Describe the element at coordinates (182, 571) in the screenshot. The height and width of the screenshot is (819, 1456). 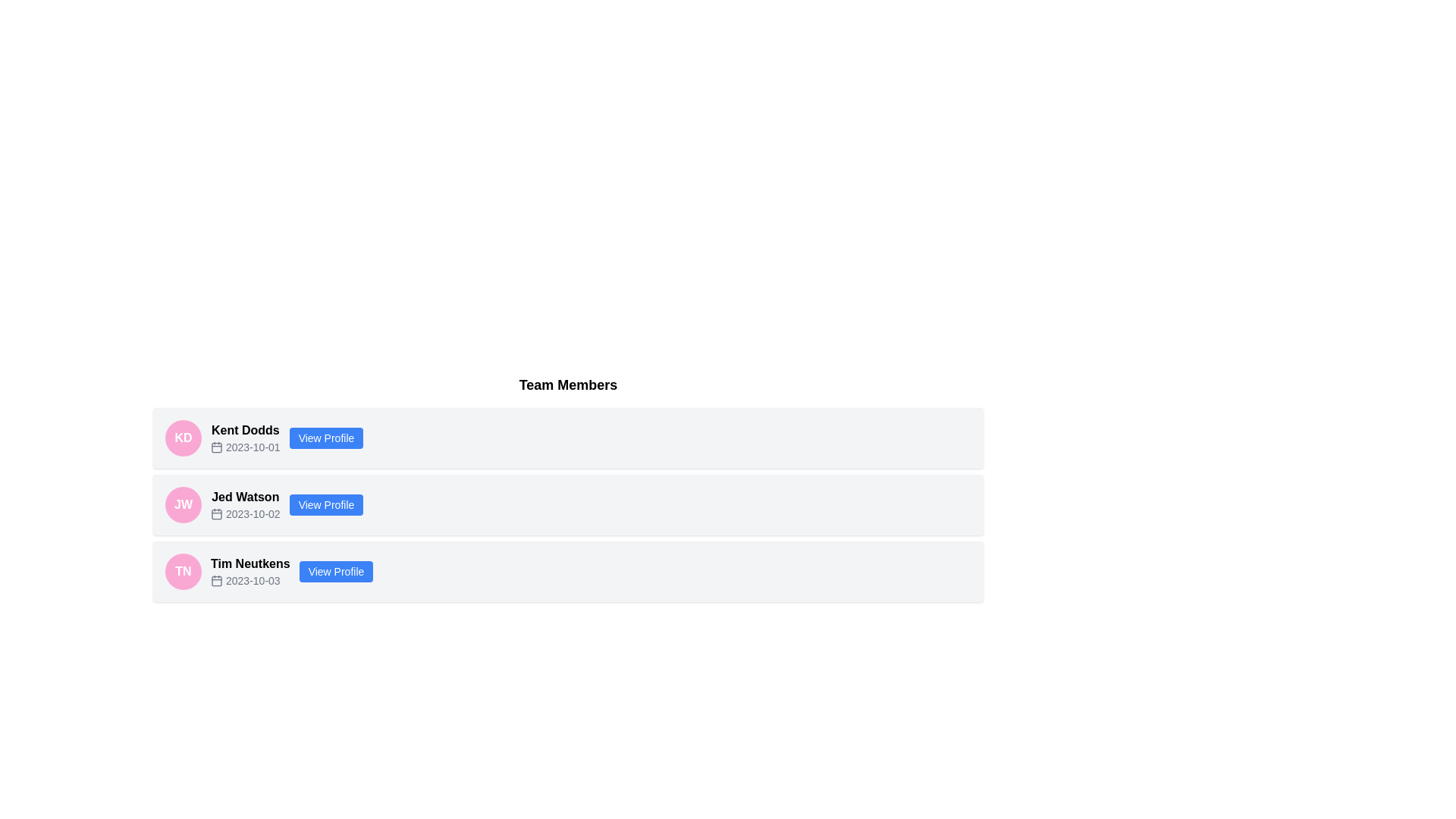
I see `the avatar representing the initials 'TN' for 'Tim Neutkens', located at the start of the row in the team members list` at that location.